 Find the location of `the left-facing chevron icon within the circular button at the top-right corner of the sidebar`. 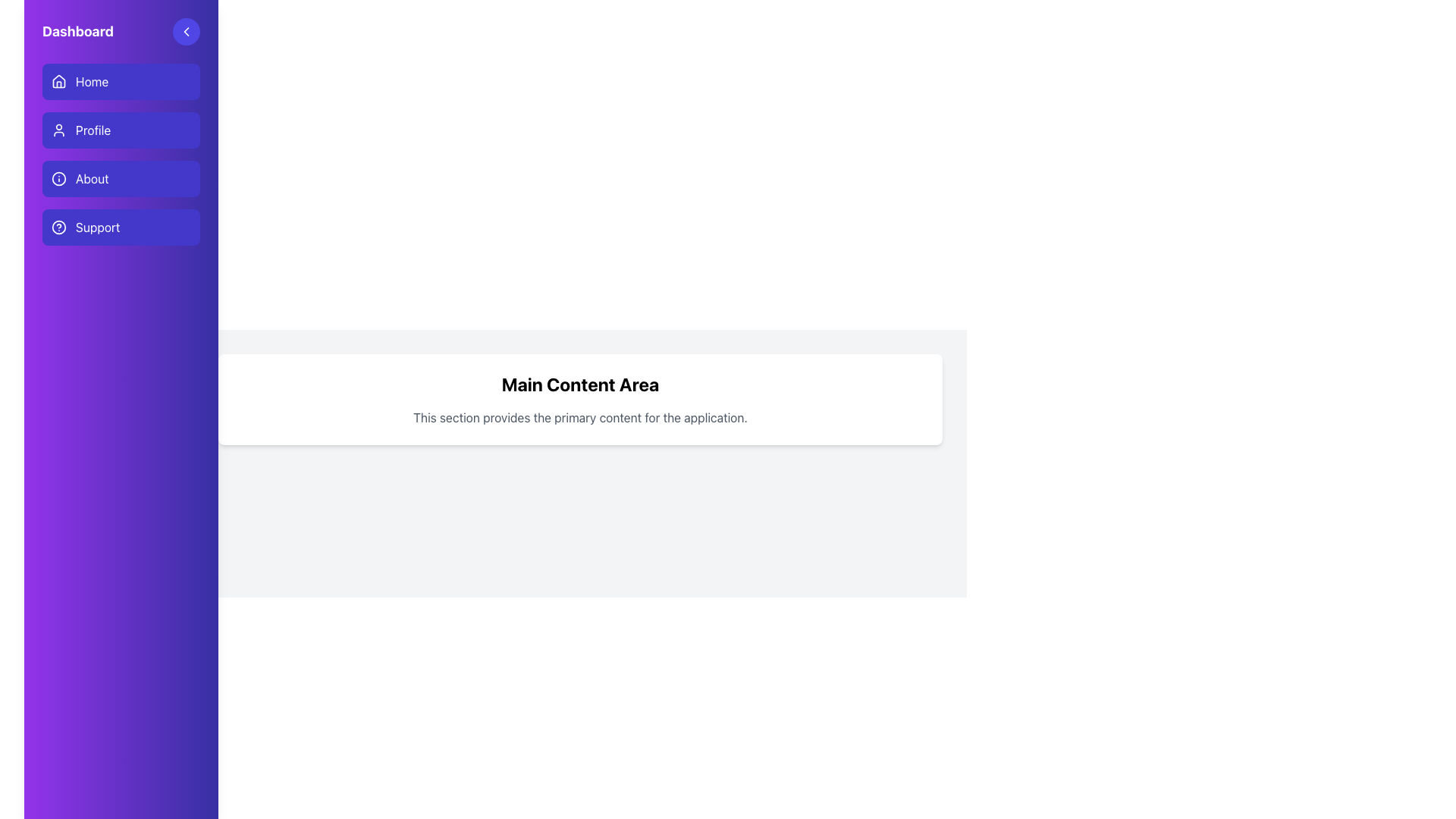

the left-facing chevron icon within the circular button at the top-right corner of the sidebar is located at coordinates (185, 32).